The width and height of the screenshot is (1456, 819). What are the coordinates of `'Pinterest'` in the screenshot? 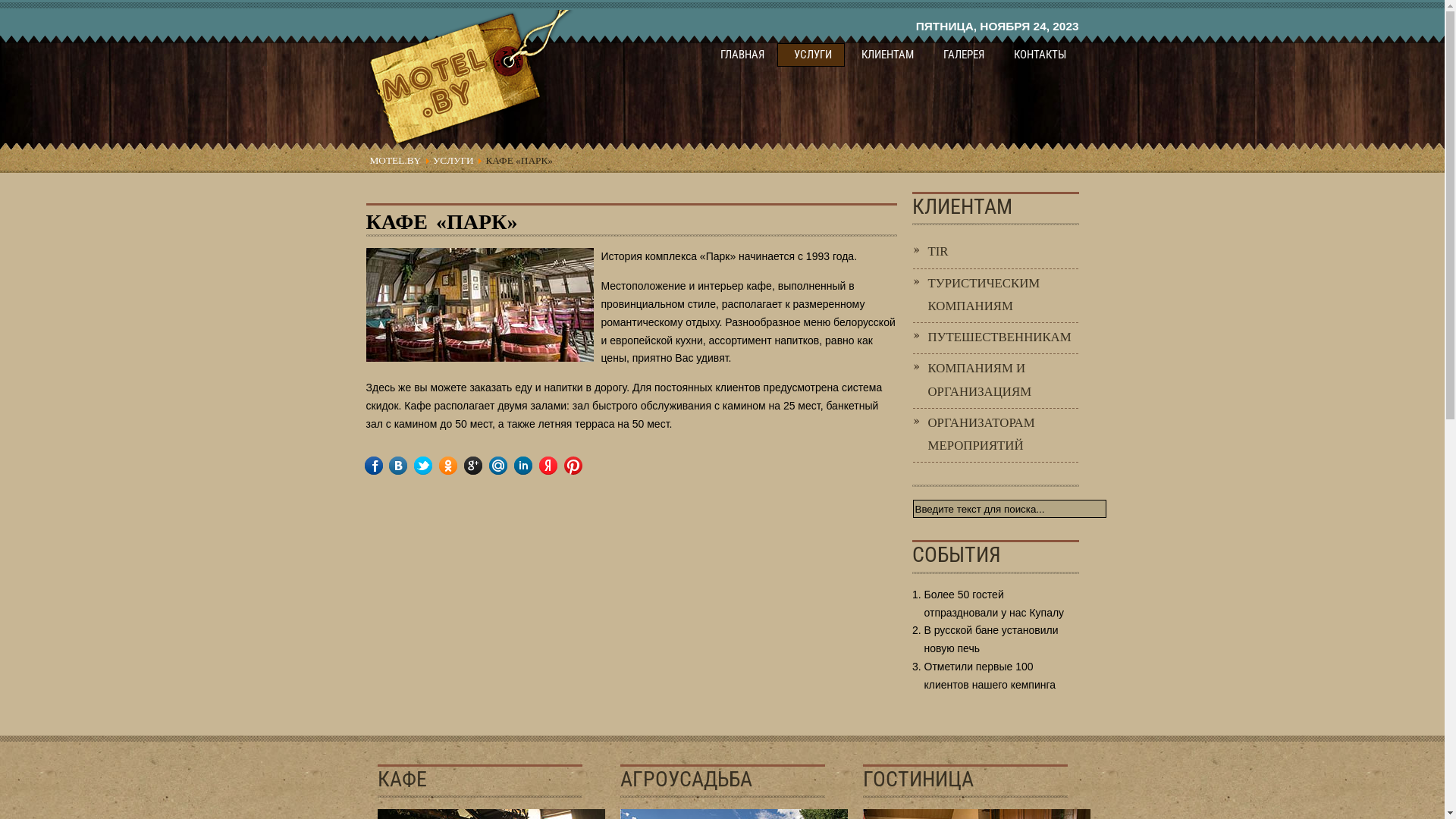 It's located at (583, 464).